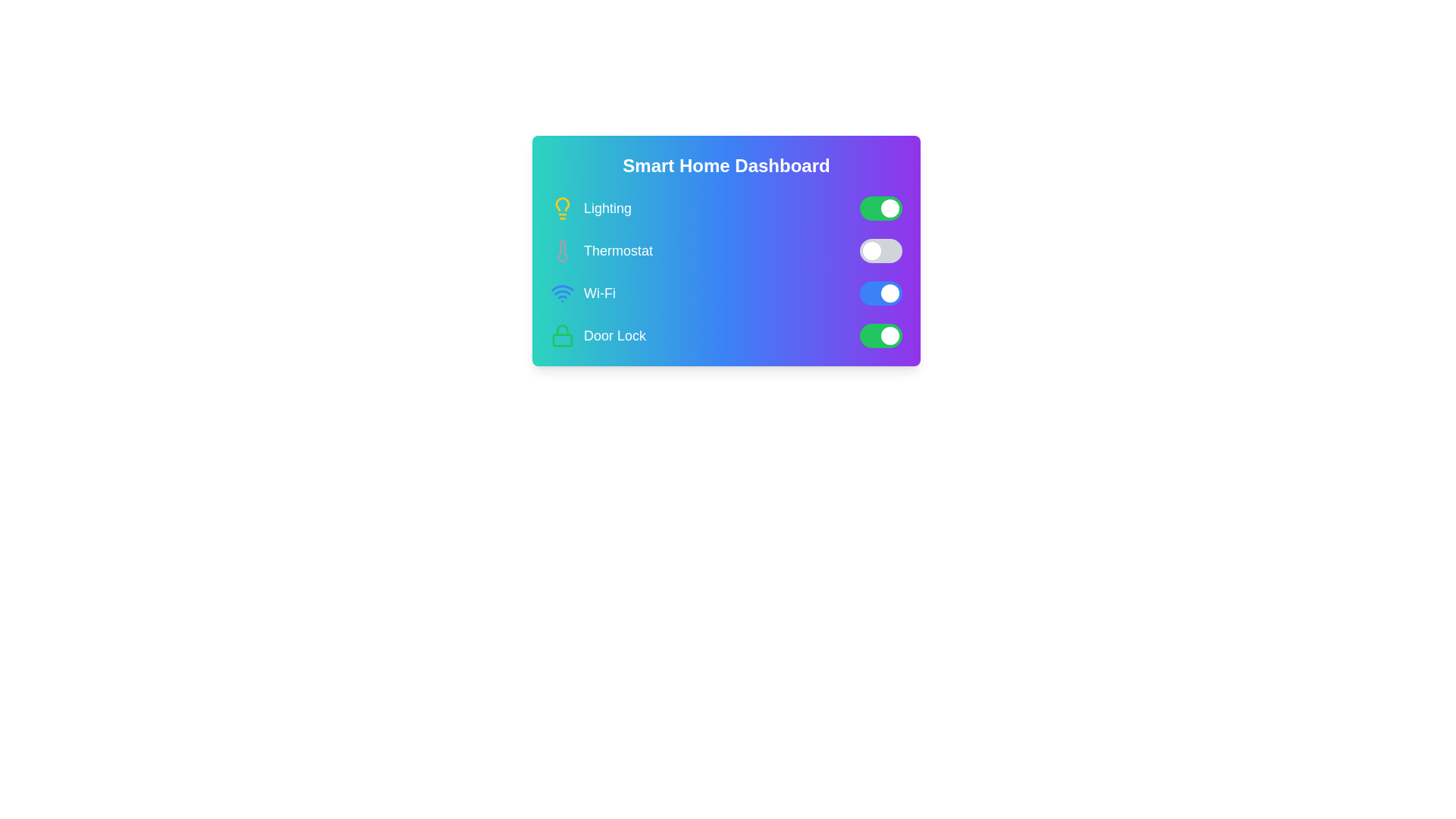 The image size is (1456, 819). Describe the element at coordinates (582, 293) in the screenshot. I see `the 'Wi-Fi' label with icon, which is styled in blue and indicates its grouping with a Wi-Fi icon, to understand the function of the adjacent toggle switch` at that location.